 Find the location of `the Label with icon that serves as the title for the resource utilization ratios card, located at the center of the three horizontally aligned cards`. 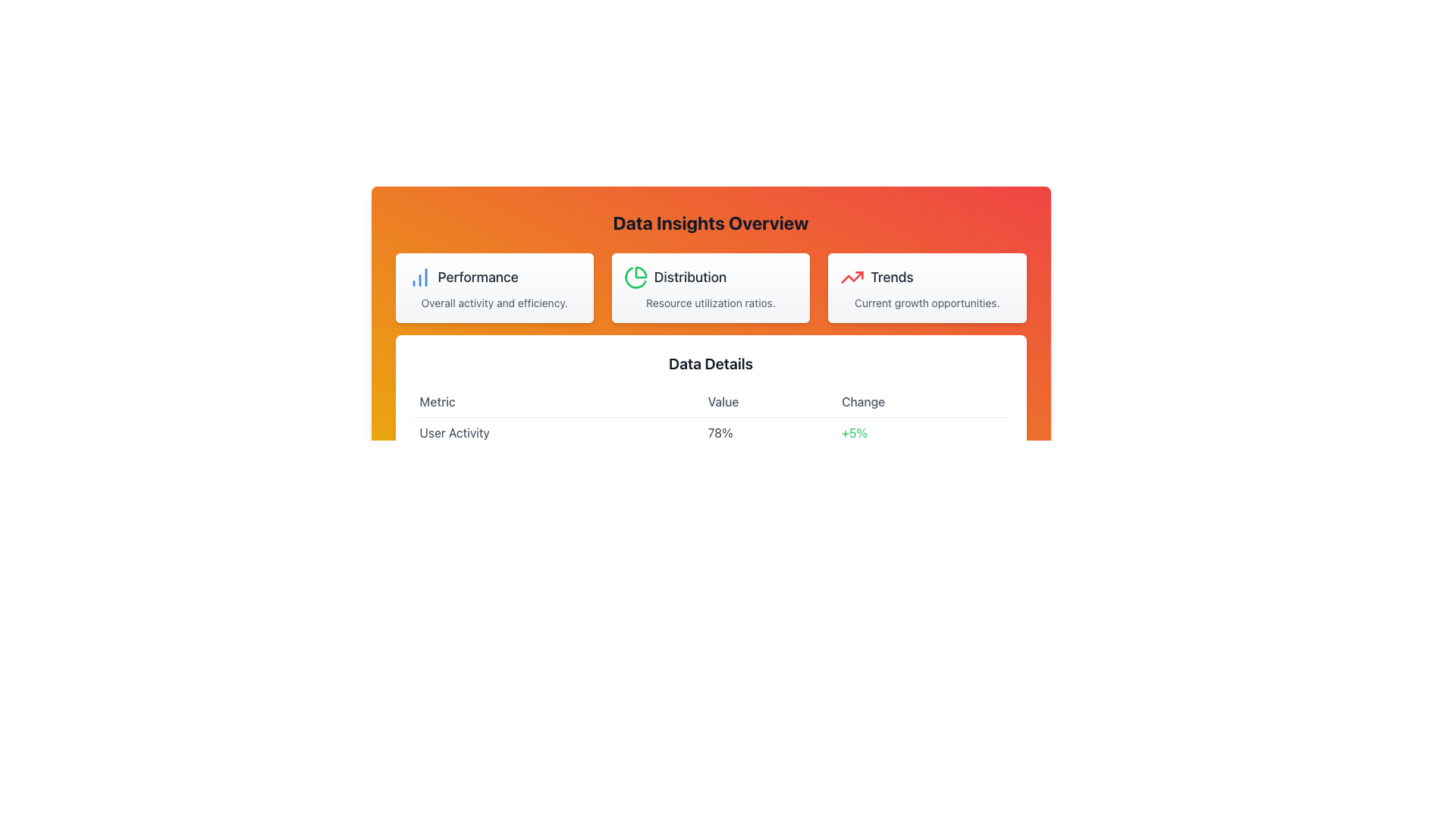

the Label with icon that serves as the title for the resource utilization ratios card, located at the center of the three horizontally aligned cards is located at coordinates (710, 278).